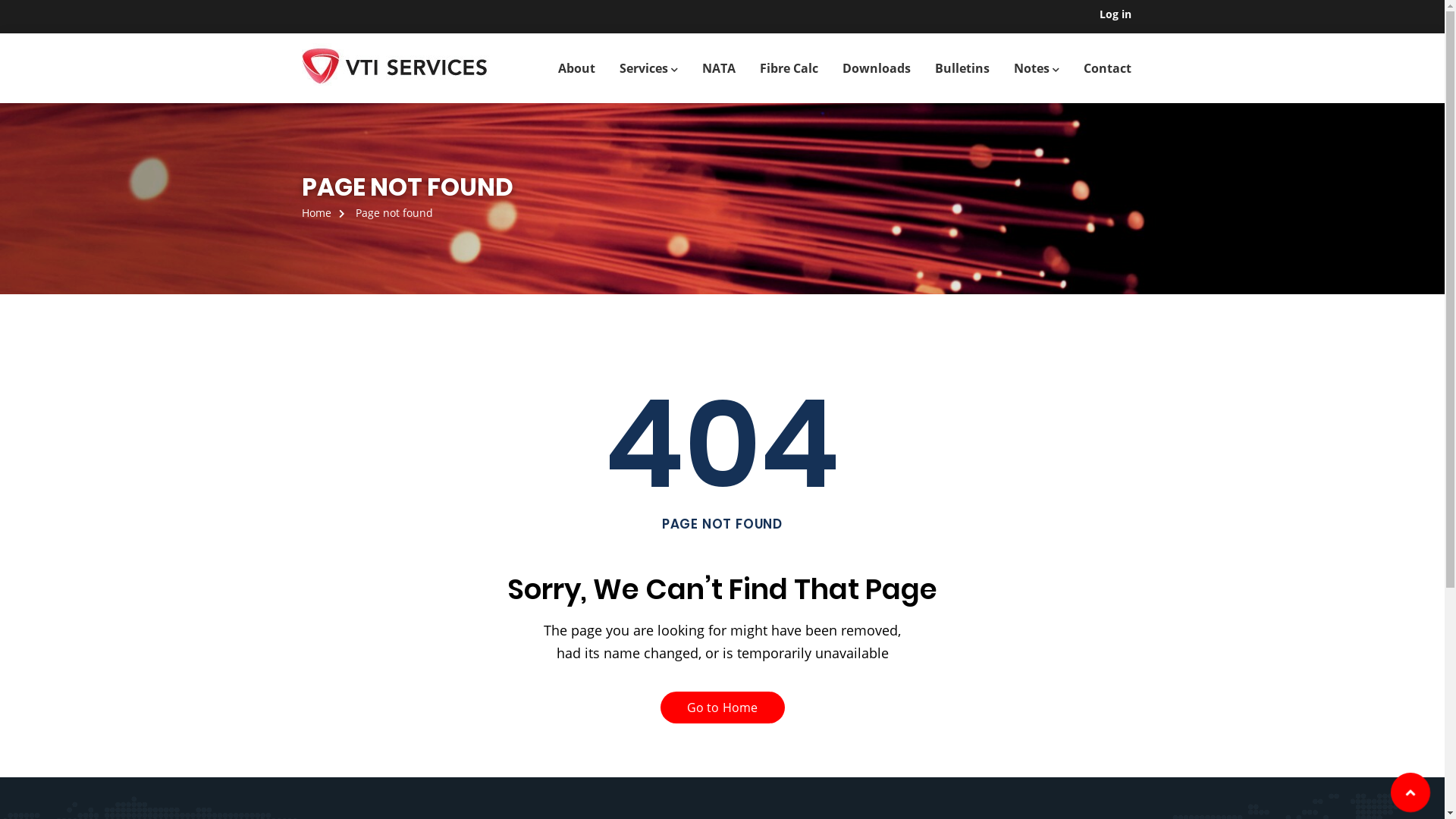 The height and width of the screenshot is (819, 1456). I want to click on 'About', so click(576, 67).